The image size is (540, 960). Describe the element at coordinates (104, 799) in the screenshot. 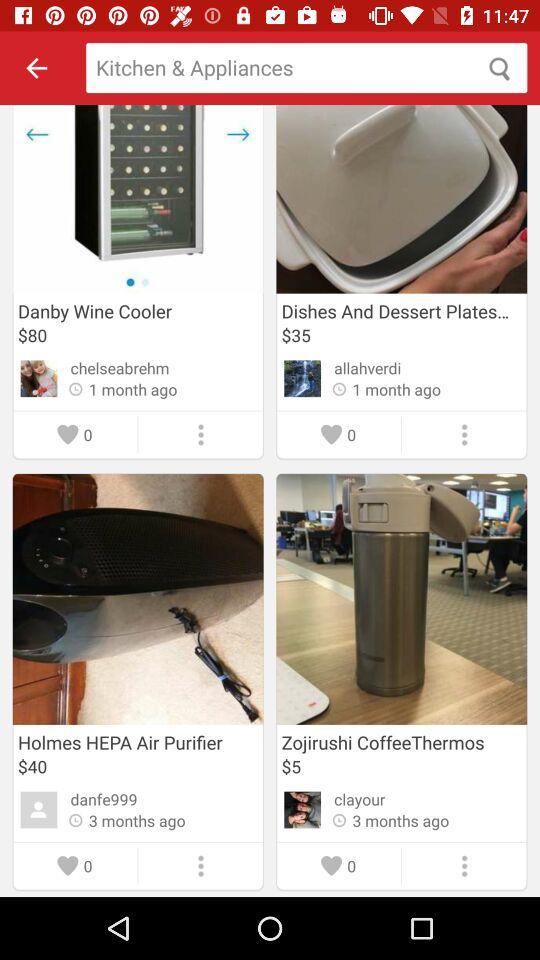

I see `the icon below the $40 item` at that location.